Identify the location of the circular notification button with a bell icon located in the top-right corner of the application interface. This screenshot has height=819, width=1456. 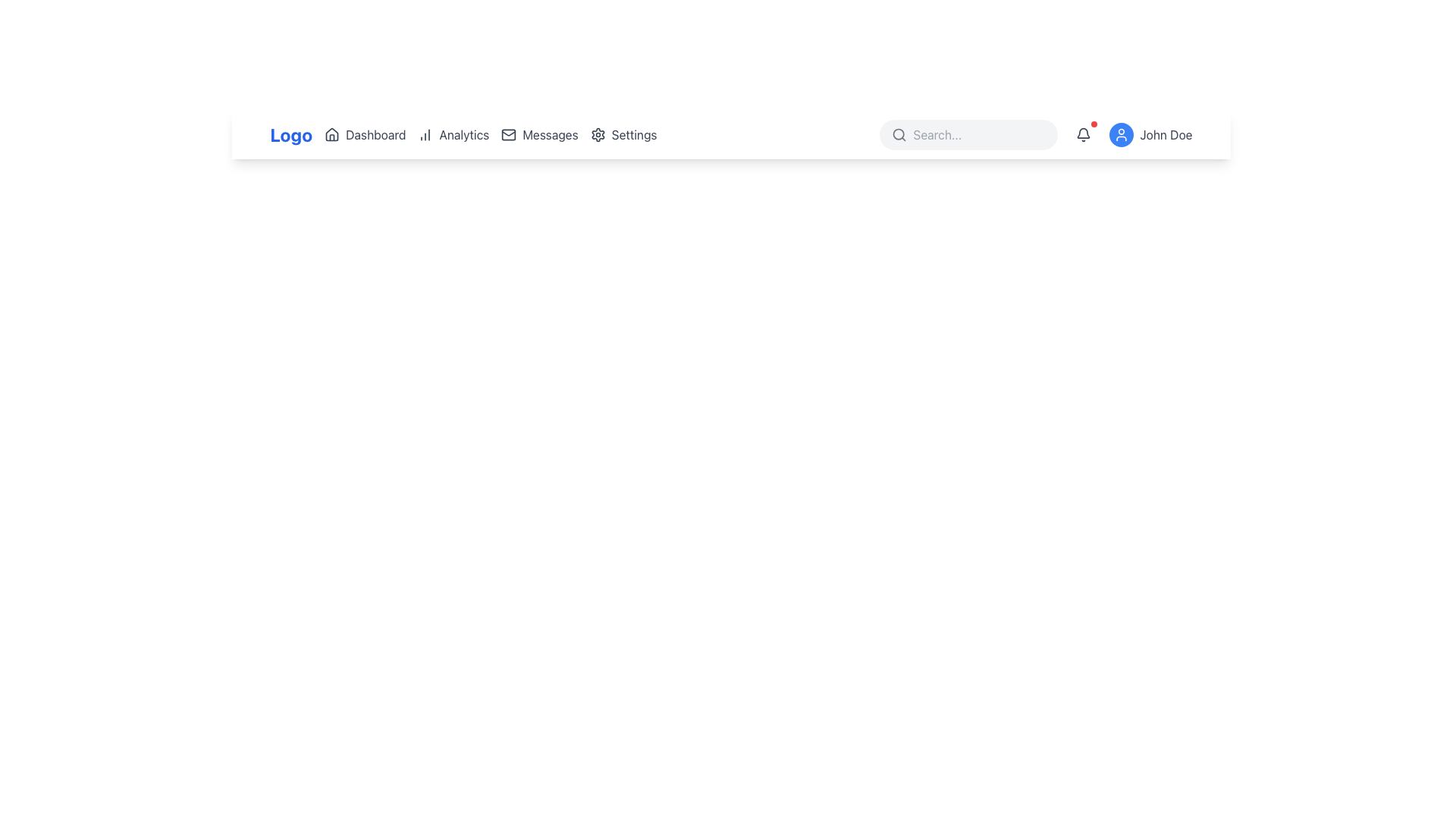
(1083, 133).